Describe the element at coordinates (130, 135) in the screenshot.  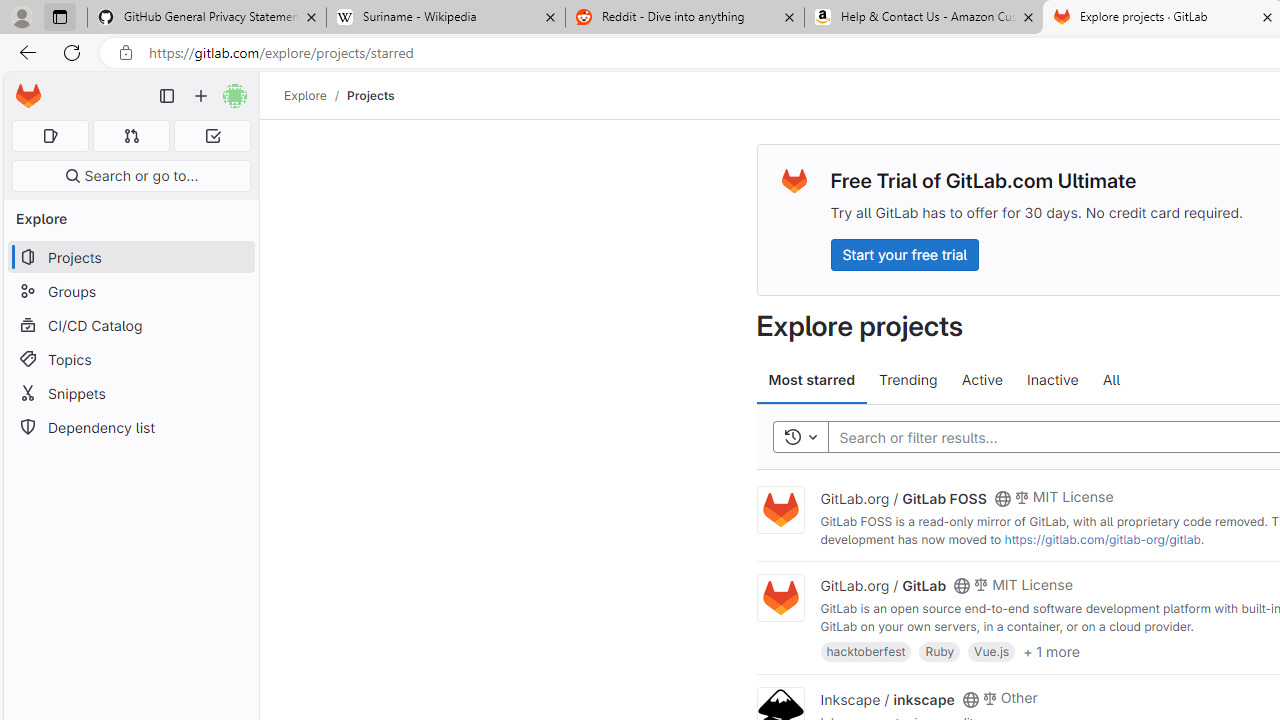
I see `'Merge requests 0'` at that location.